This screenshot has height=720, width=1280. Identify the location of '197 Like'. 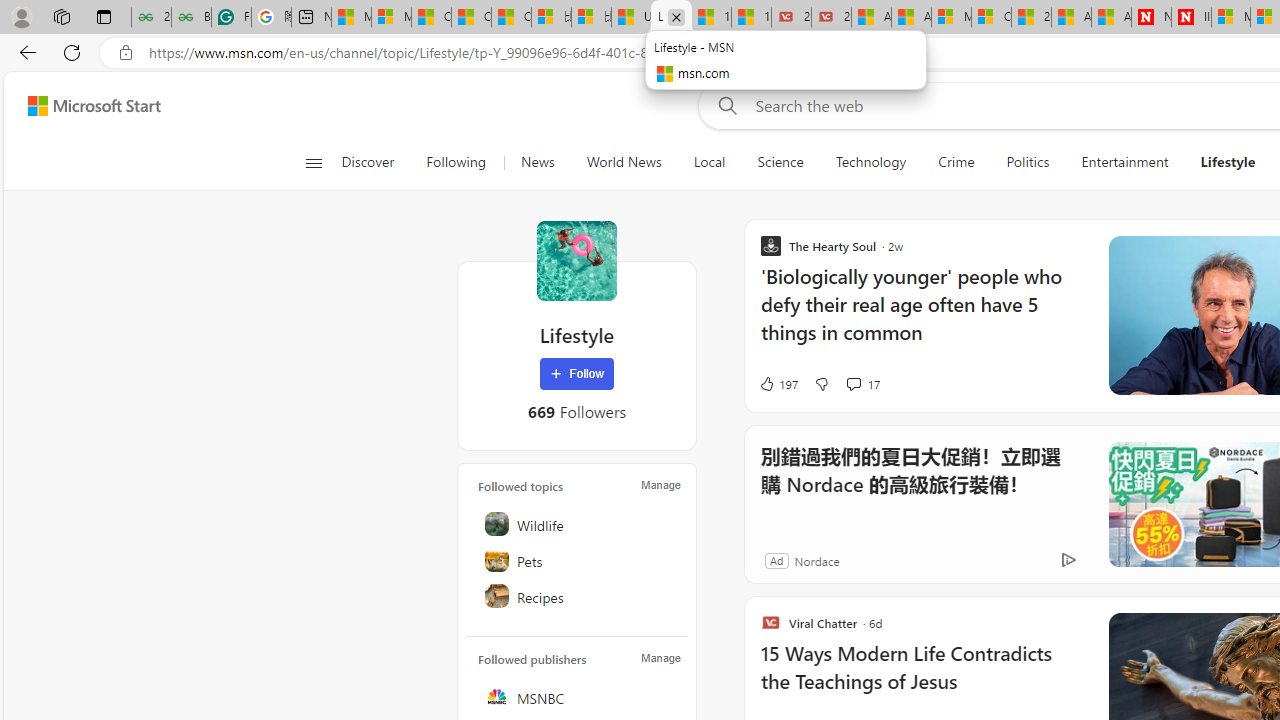
(777, 384).